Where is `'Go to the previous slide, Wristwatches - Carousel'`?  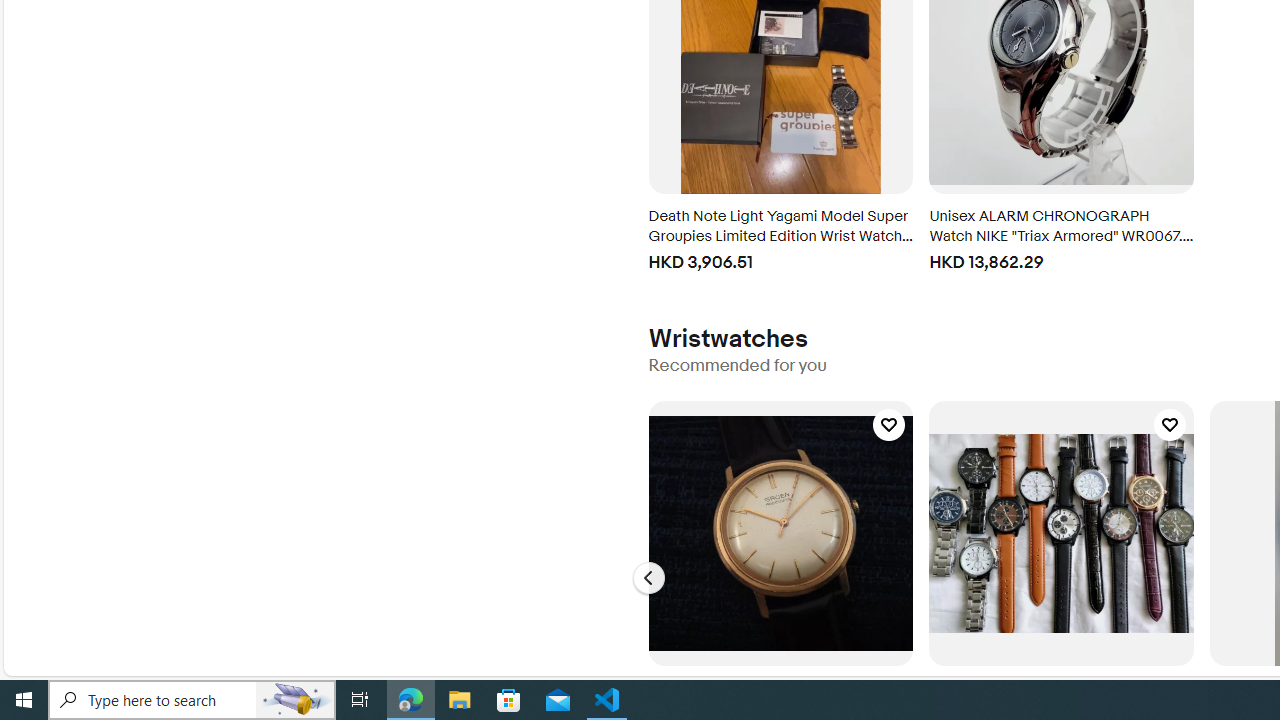 'Go to the previous slide, Wristwatches - Carousel' is located at coordinates (648, 578).